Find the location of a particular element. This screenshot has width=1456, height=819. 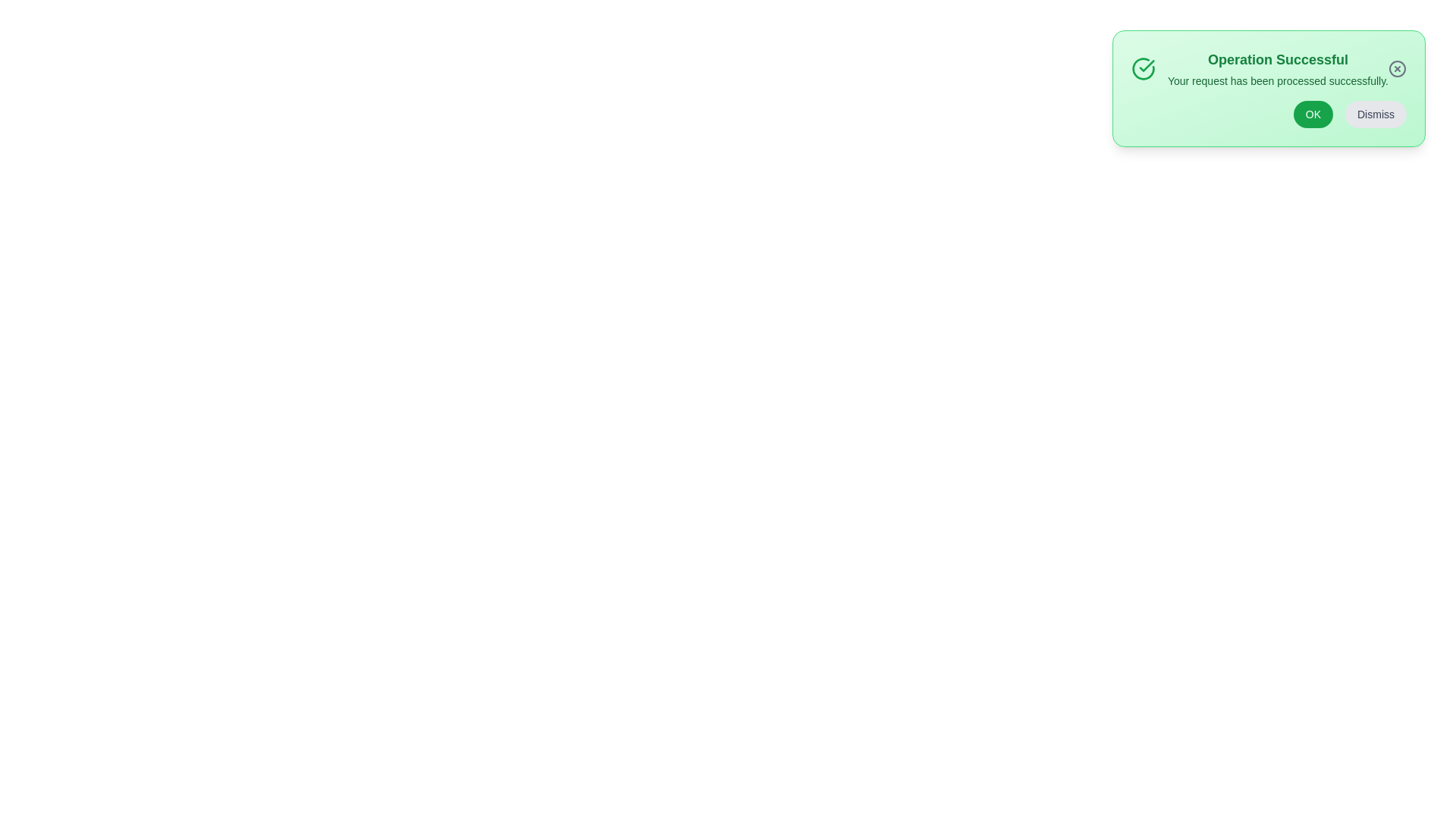

the 'Dismiss' button to hide the alert is located at coordinates (1376, 113).